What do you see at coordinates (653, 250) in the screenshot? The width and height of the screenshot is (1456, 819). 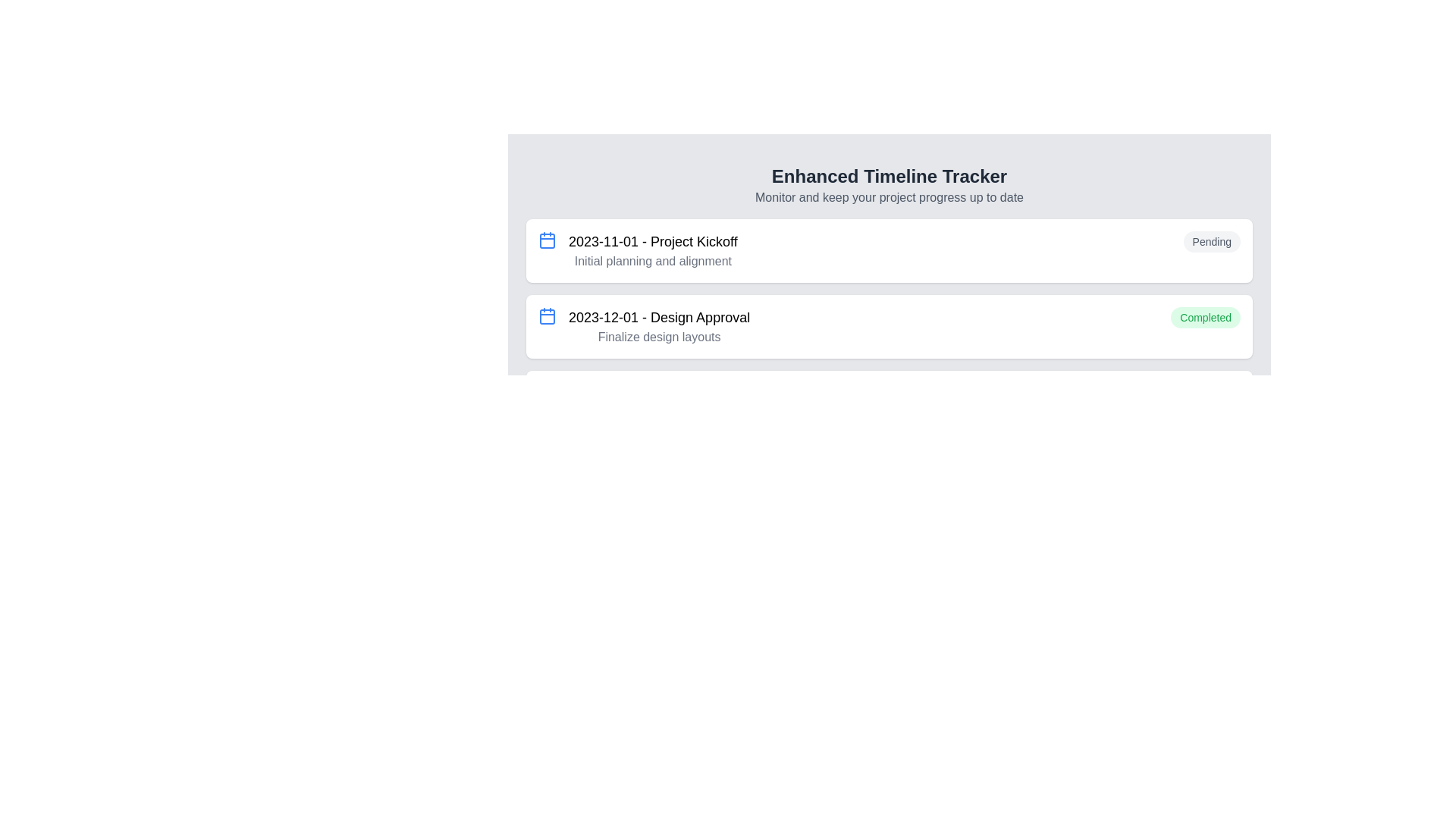 I see `the multi-line text content that displays '2023-11-01 - Project Kickoff' as the heading and 'Initial planning and alignment' as the subtext, located near the top of the first card in a vertical list` at bounding box center [653, 250].